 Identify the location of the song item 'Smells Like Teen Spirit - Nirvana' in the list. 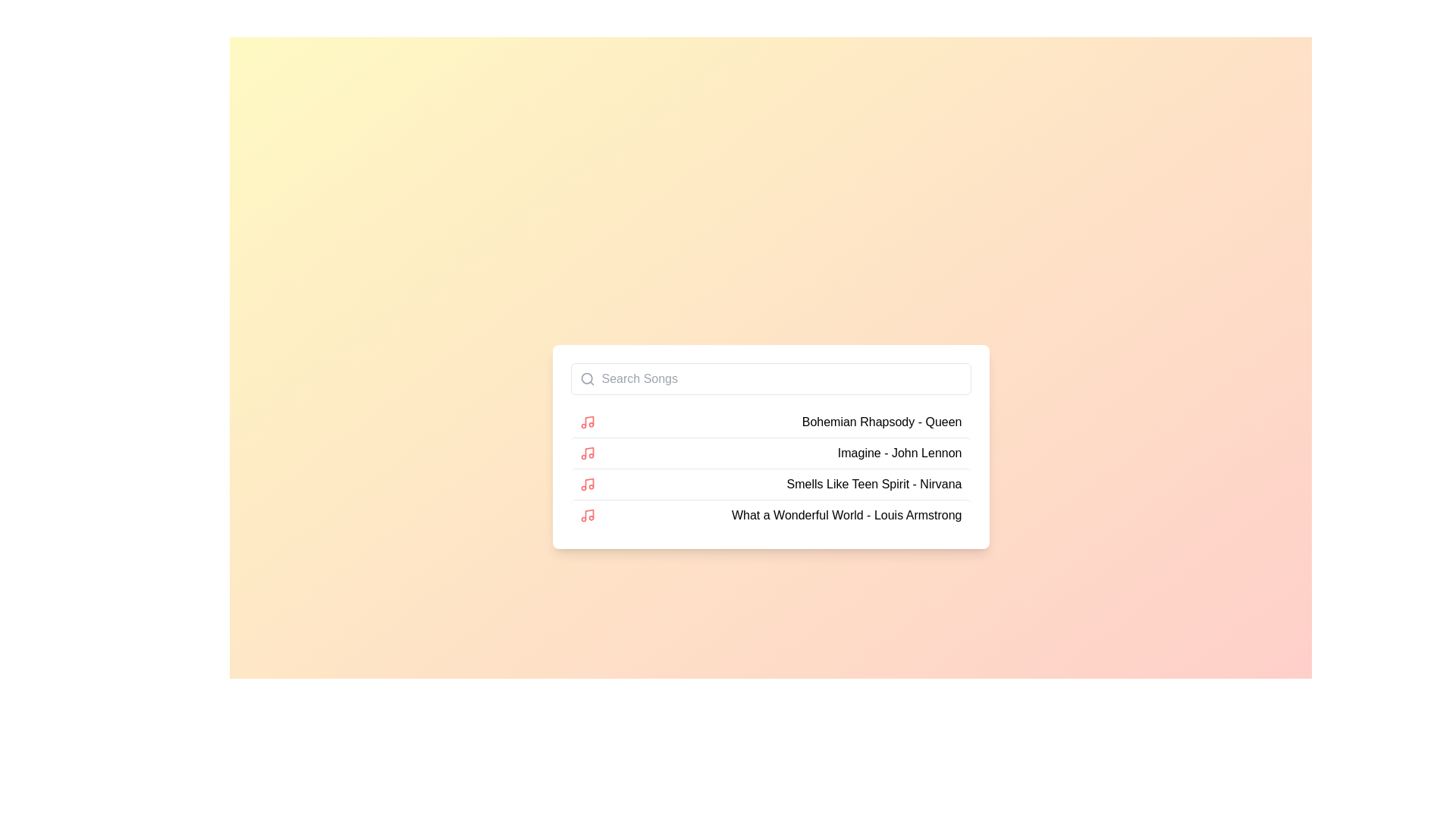
(770, 483).